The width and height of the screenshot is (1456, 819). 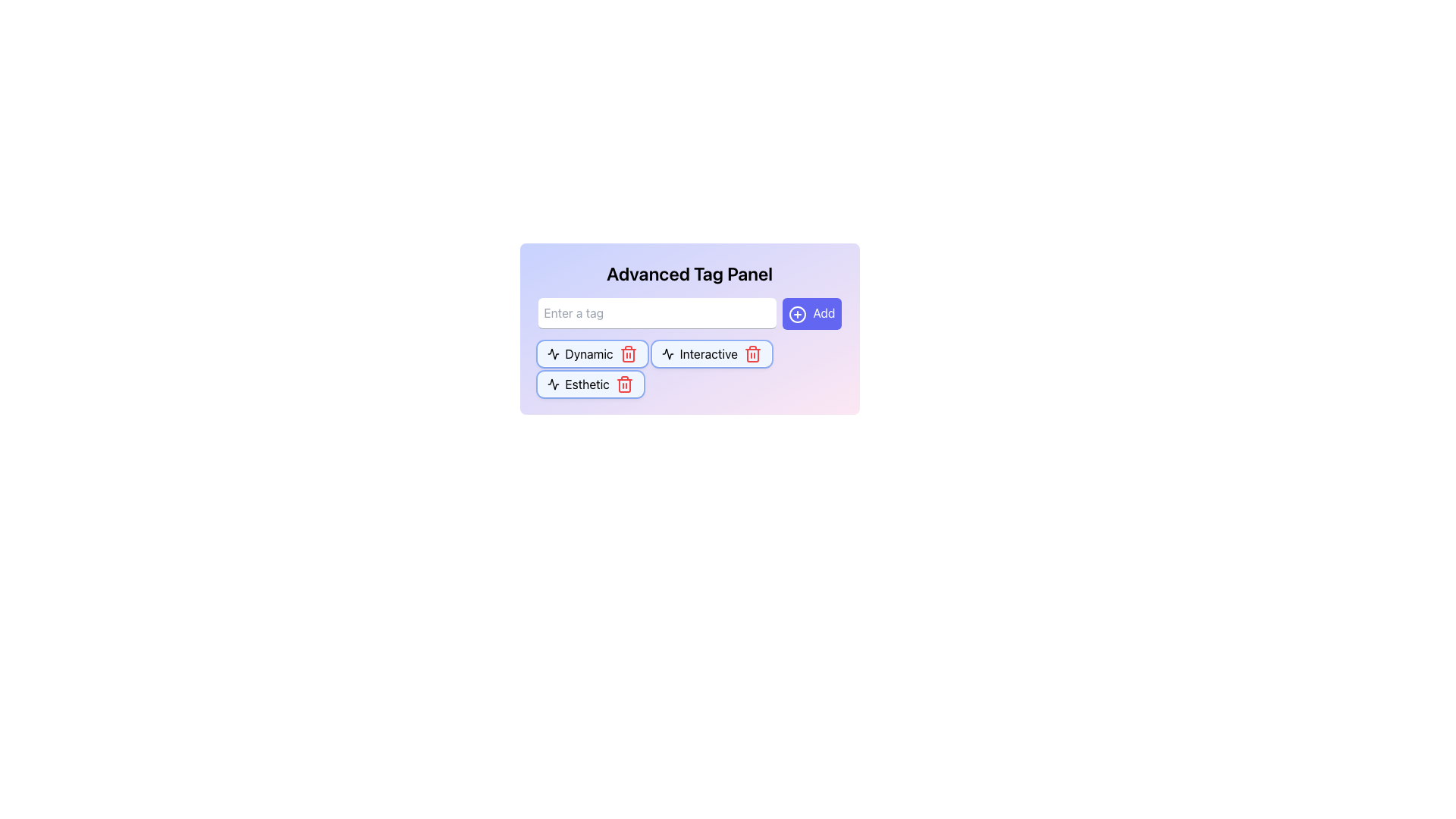 I want to click on the 'Interactive' Tag Button, which is the second button in a row of three, positioned between the 'Dynamic' and 'Esthetic' buttons, so click(x=711, y=353).